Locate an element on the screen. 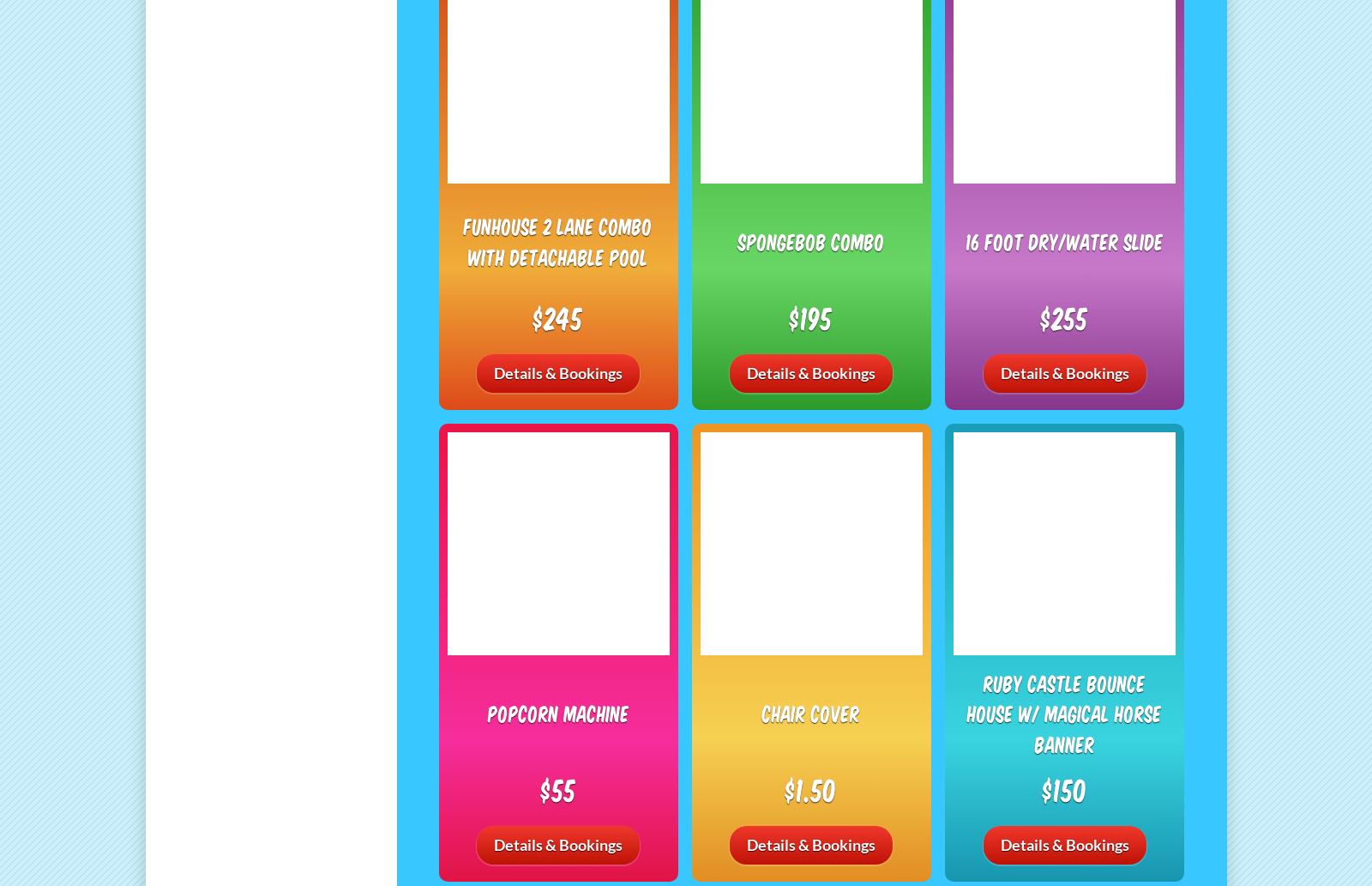 The image size is (1372, 886). 'Chair Cover' is located at coordinates (810, 713).